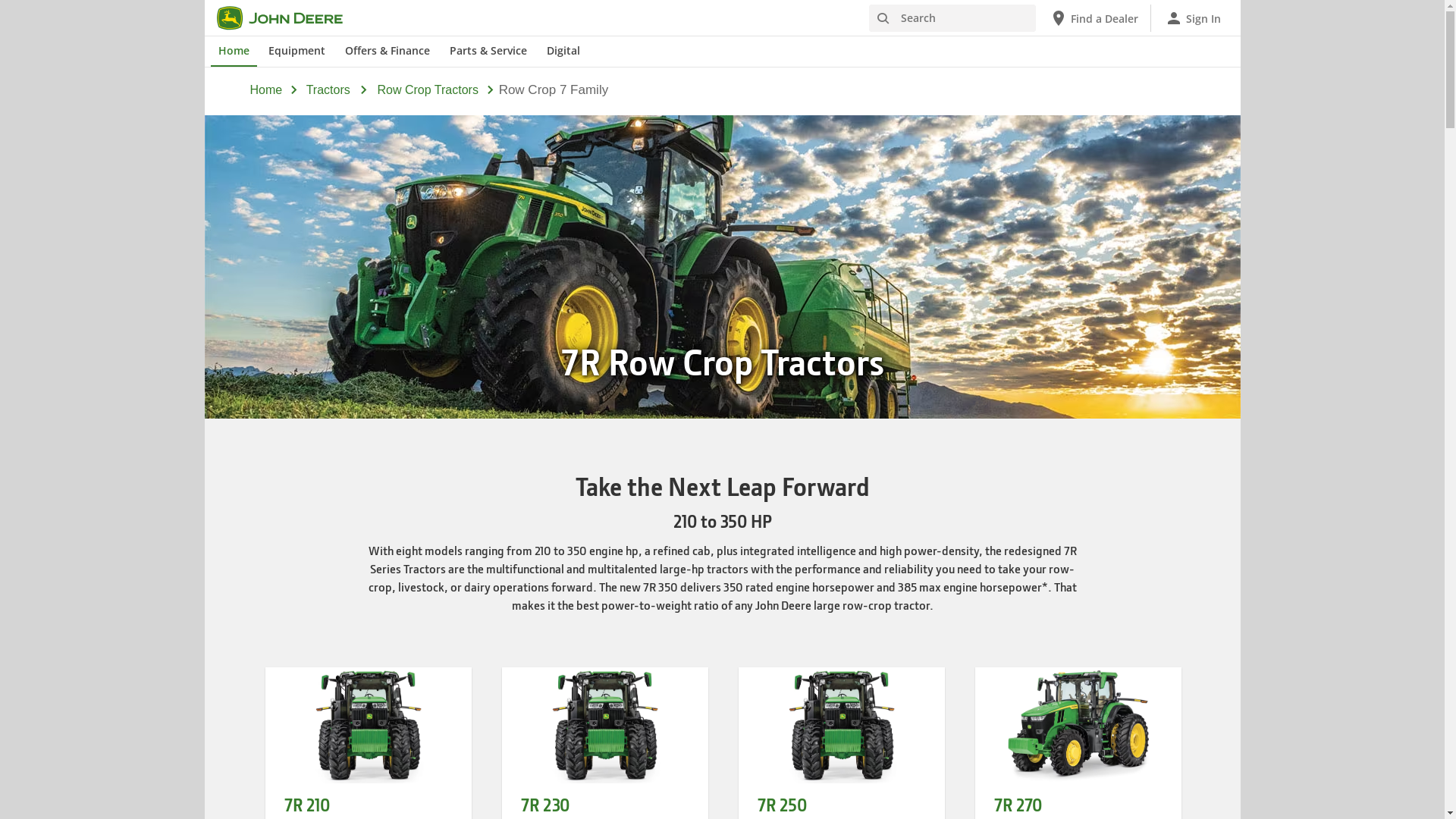 The height and width of the screenshot is (819, 1456). What do you see at coordinates (1094, 17) in the screenshot?
I see `'Find a Dealer'` at bounding box center [1094, 17].